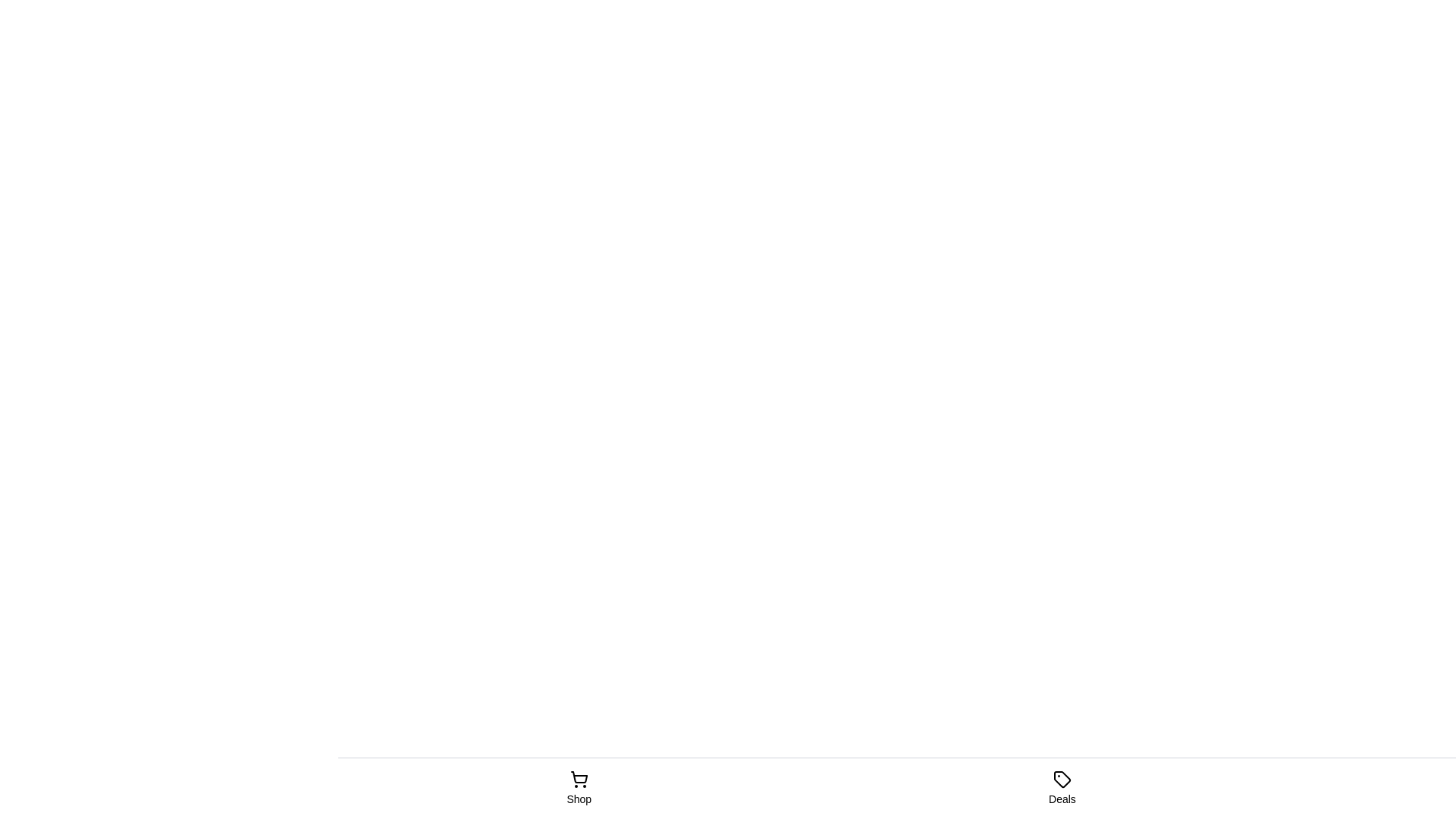  I want to click on the Shop tab to activate it, so click(578, 788).